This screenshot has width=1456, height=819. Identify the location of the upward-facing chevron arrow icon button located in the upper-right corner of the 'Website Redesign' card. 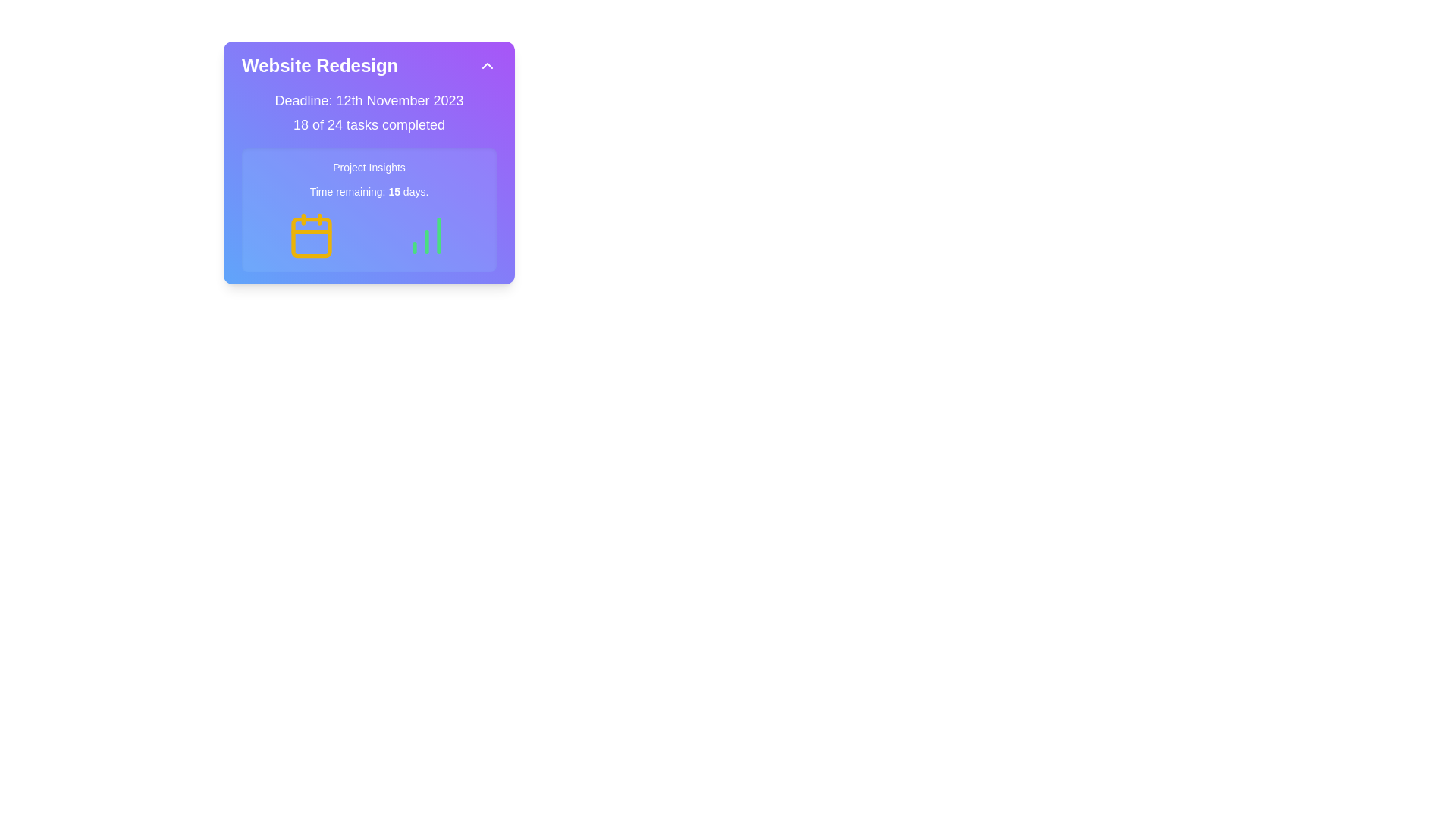
(488, 65).